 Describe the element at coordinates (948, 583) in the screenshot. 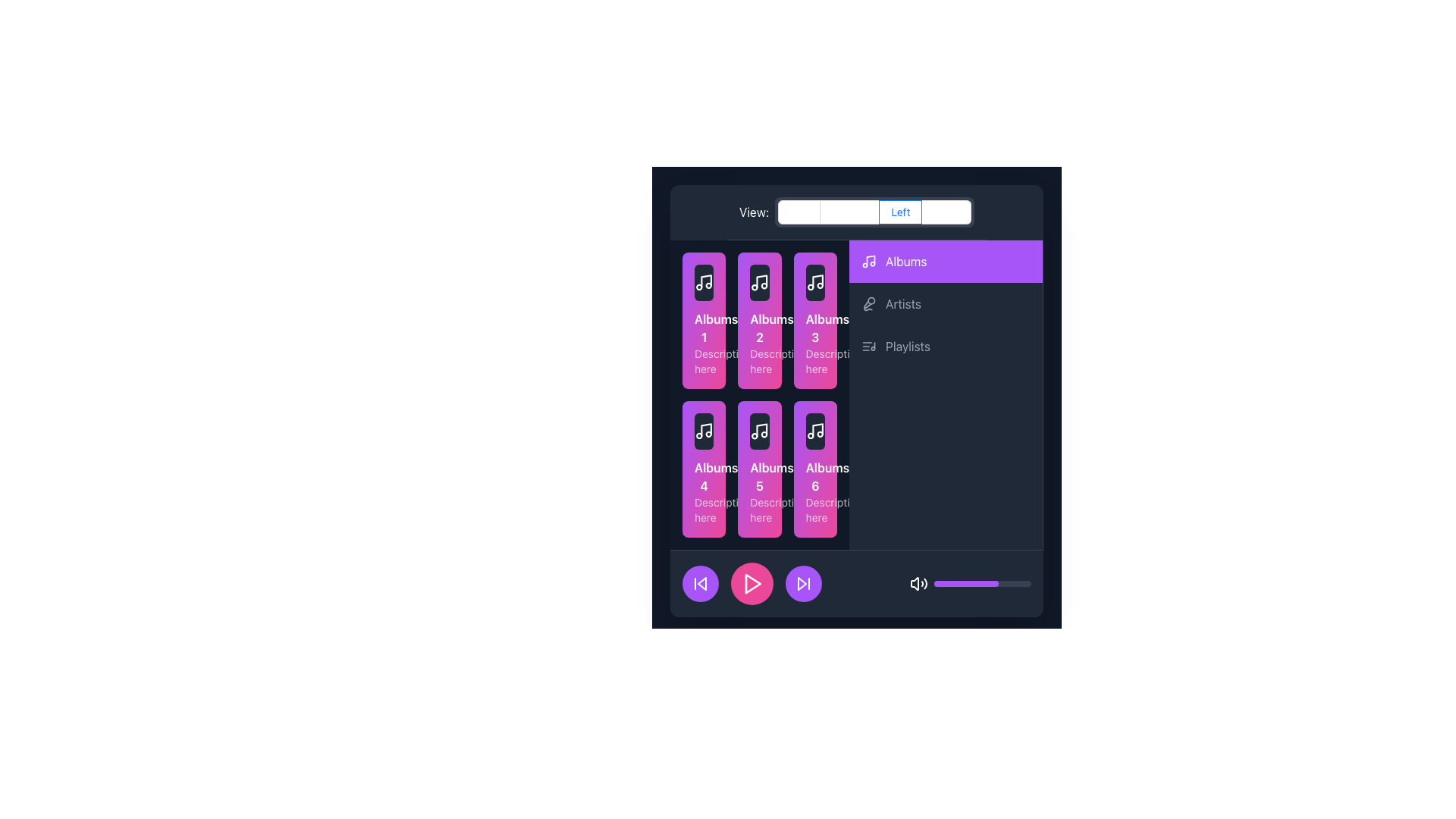

I see `the volume level` at that location.